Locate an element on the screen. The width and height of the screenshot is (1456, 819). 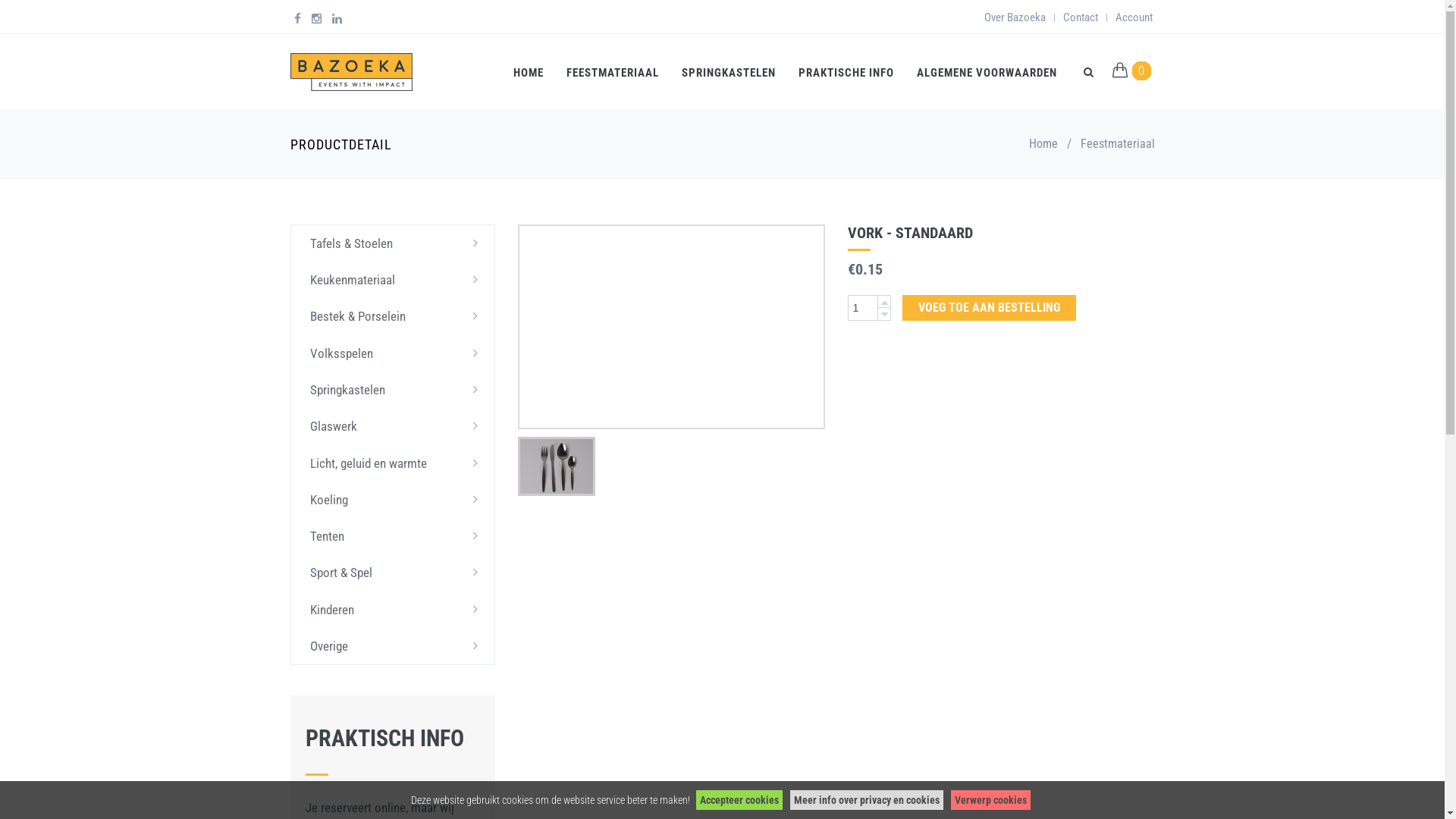
'Meer info over privacy en cookies' is located at coordinates (866, 799).